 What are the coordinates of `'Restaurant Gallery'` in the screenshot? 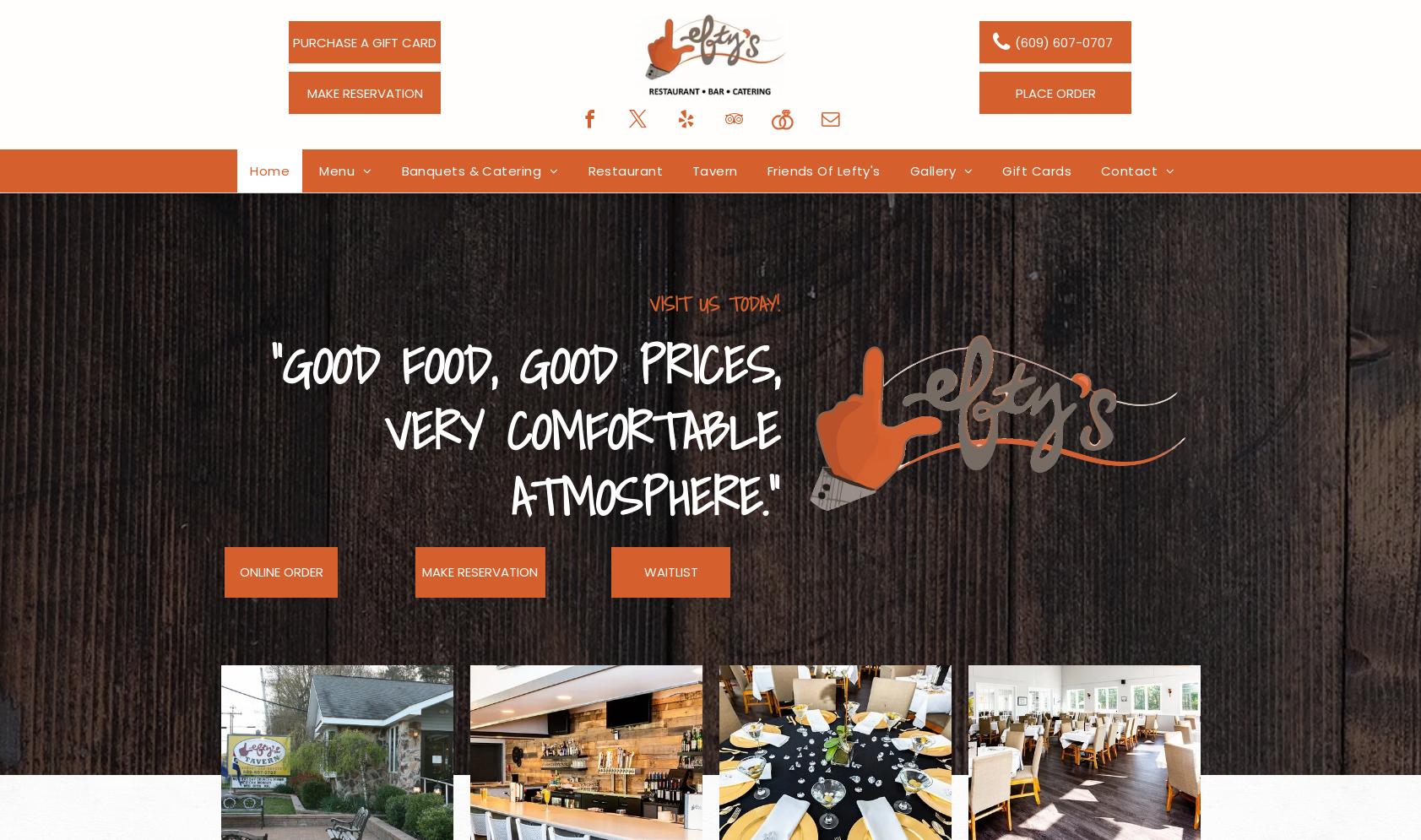 It's located at (983, 337).